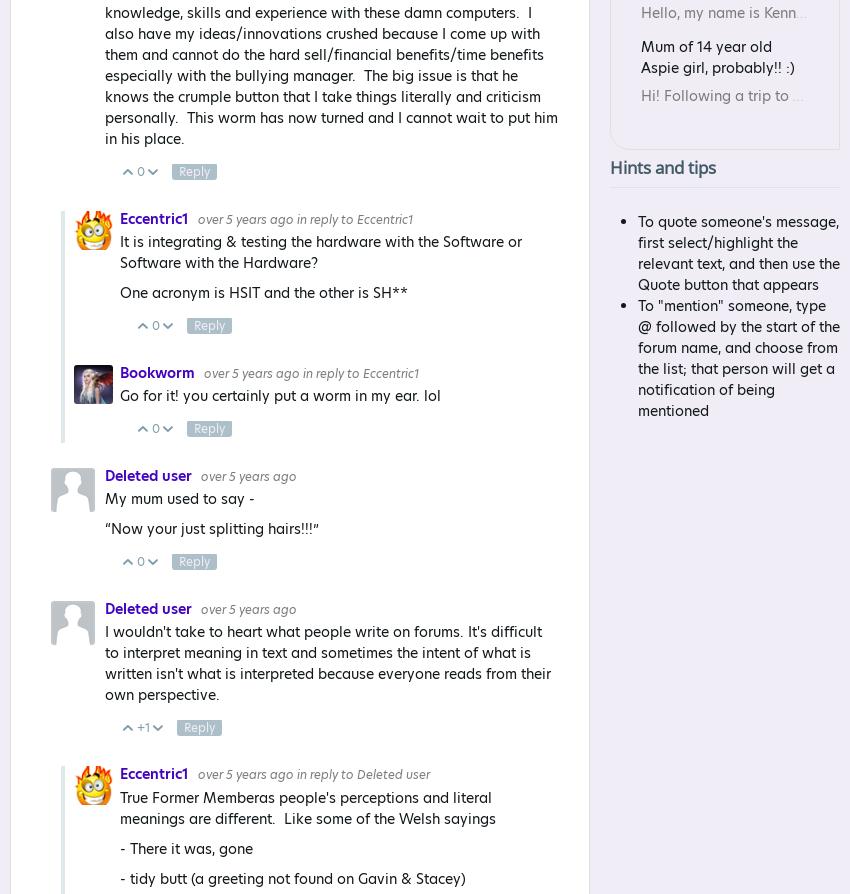 The image size is (850, 894). Describe the element at coordinates (185, 848) in the screenshot. I see `'- There it was, gone'` at that location.